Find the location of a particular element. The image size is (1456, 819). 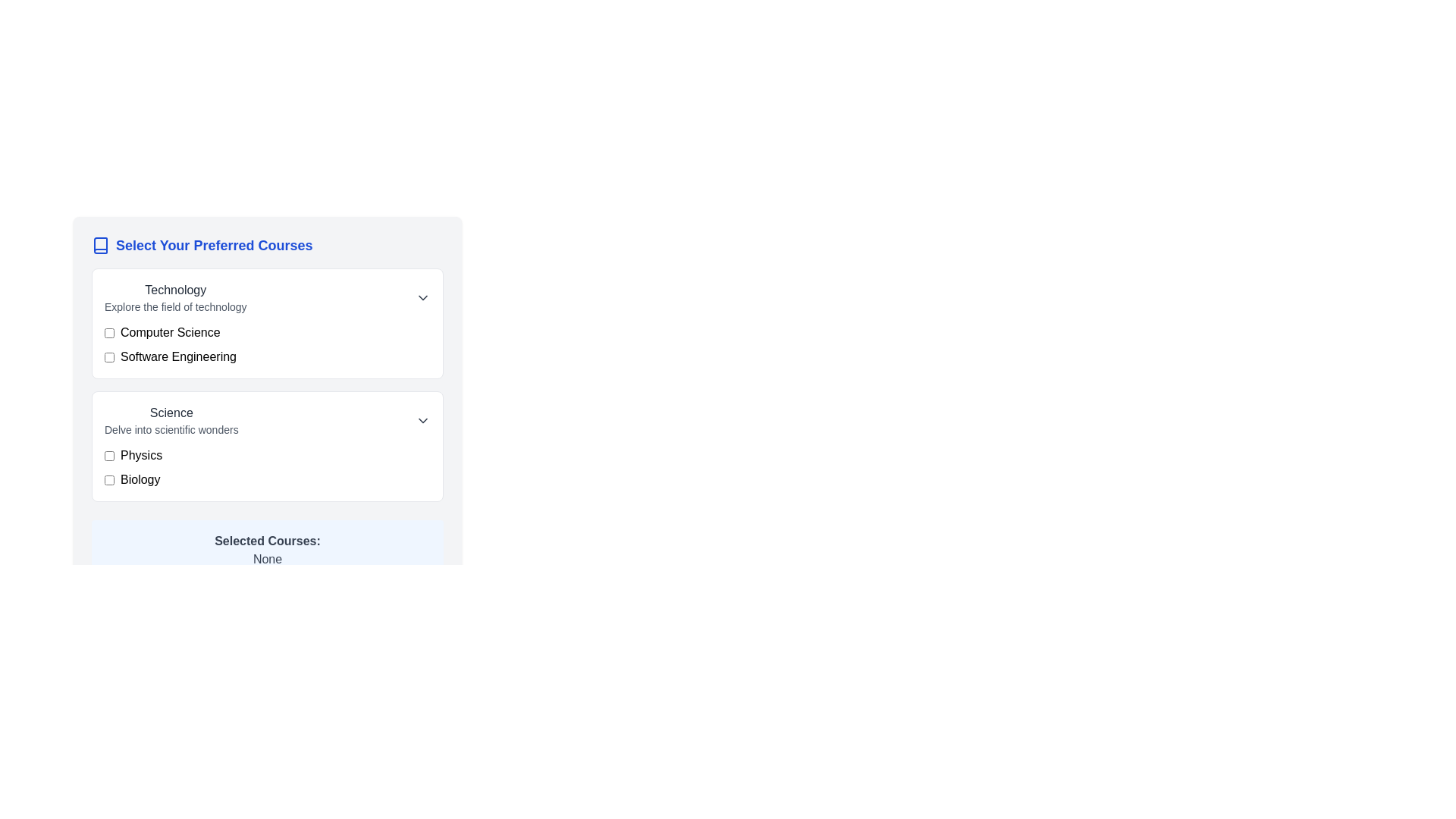

the checkbox labeled 'Physics' is located at coordinates (268, 455).